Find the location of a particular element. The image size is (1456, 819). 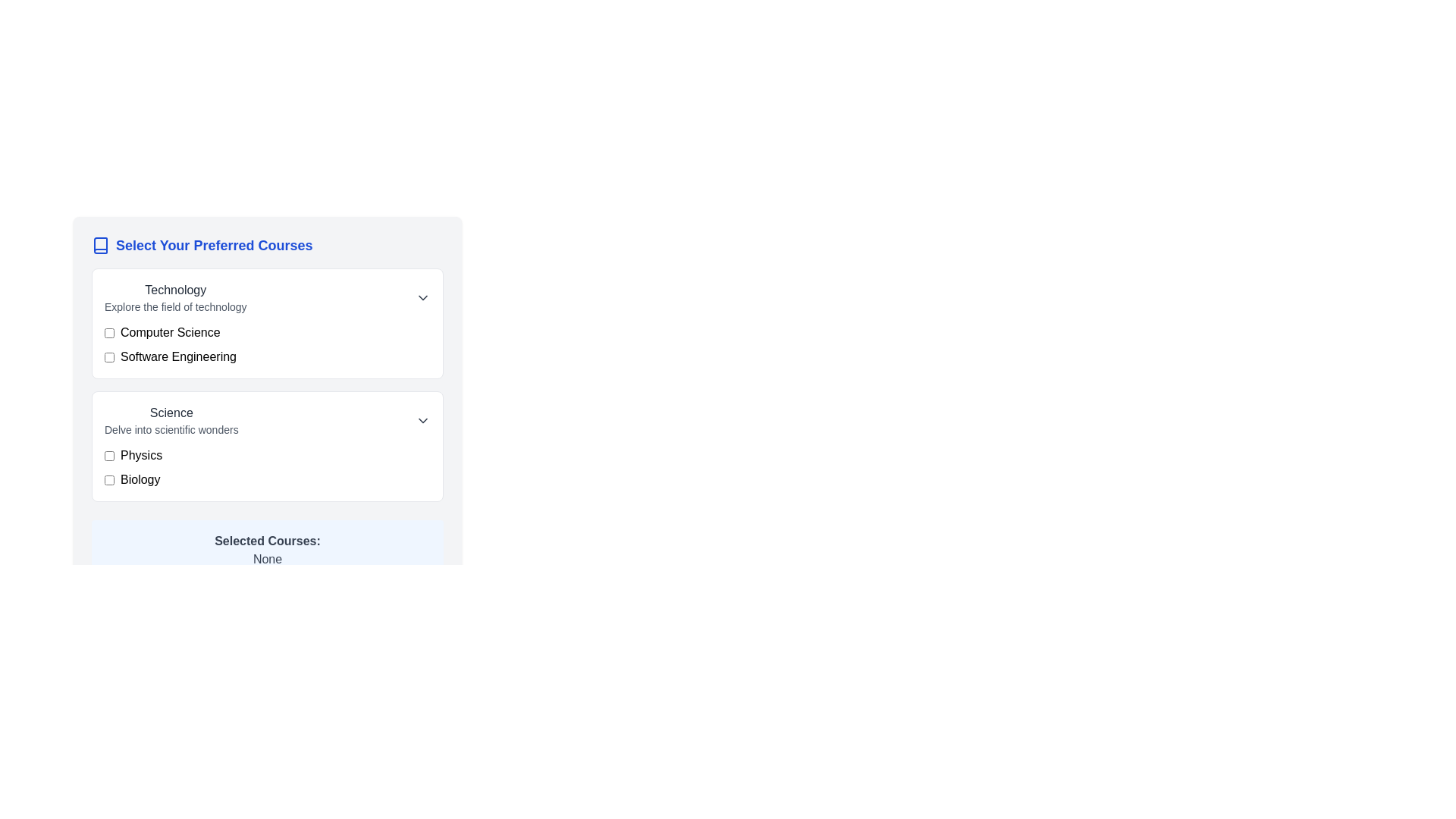

the checkbox labeled 'Physics' is located at coordinates (268, 455).